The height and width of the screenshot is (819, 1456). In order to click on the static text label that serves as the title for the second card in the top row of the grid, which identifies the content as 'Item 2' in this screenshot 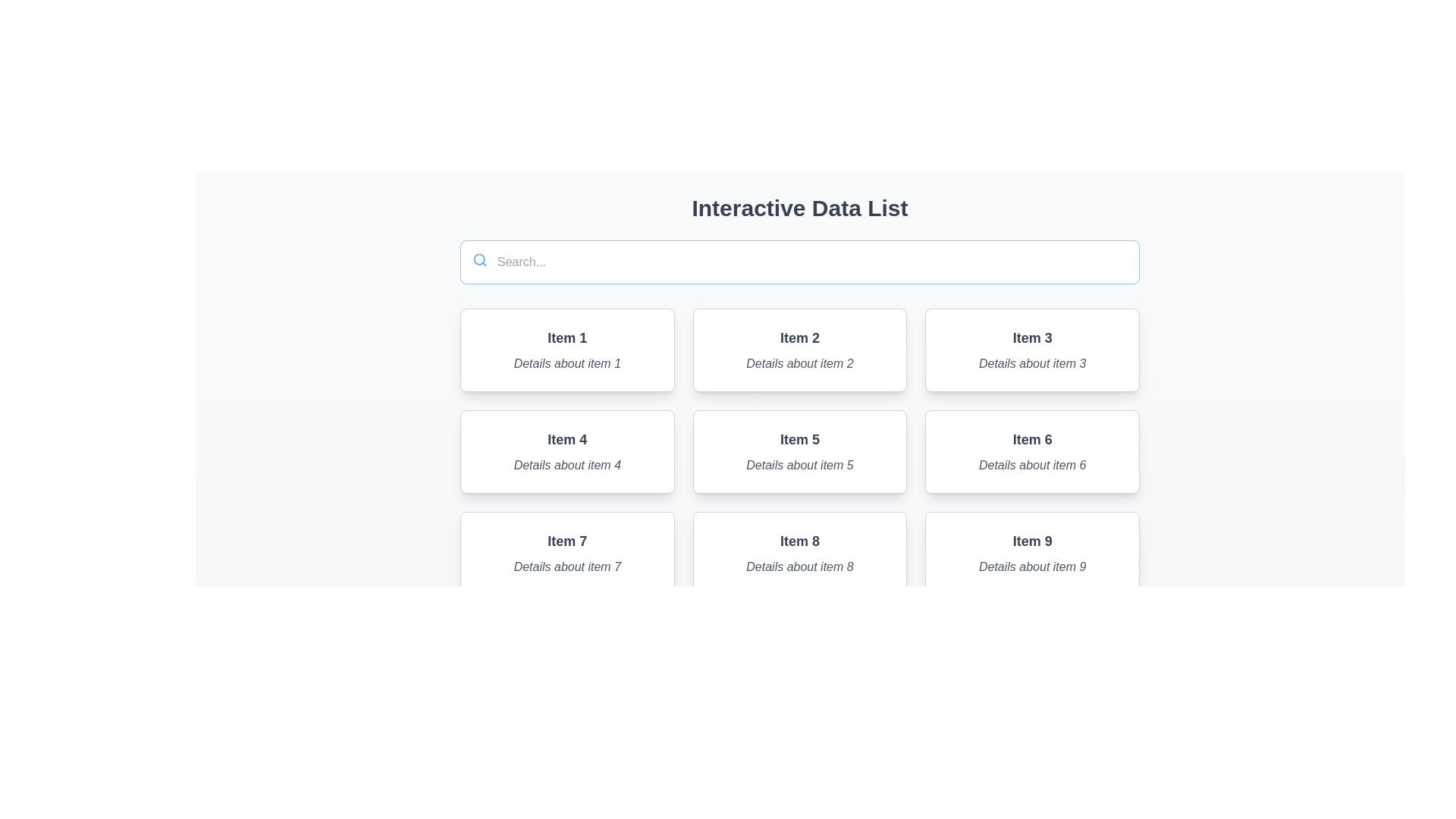, I will do `click(799, 337)`.